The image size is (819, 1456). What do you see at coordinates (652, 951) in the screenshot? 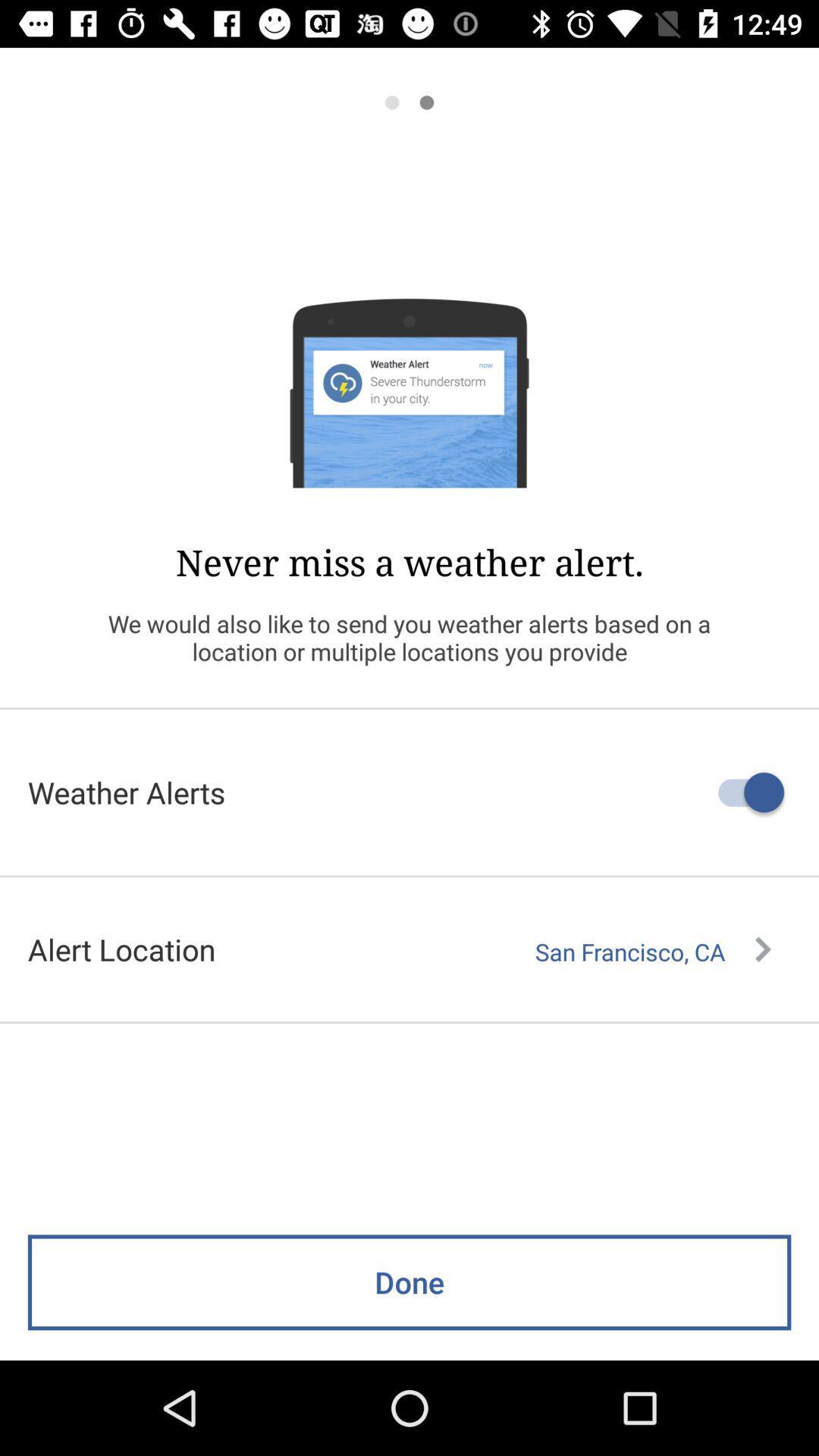
I see `san francisco, ca` at bounding box center [652, 951].